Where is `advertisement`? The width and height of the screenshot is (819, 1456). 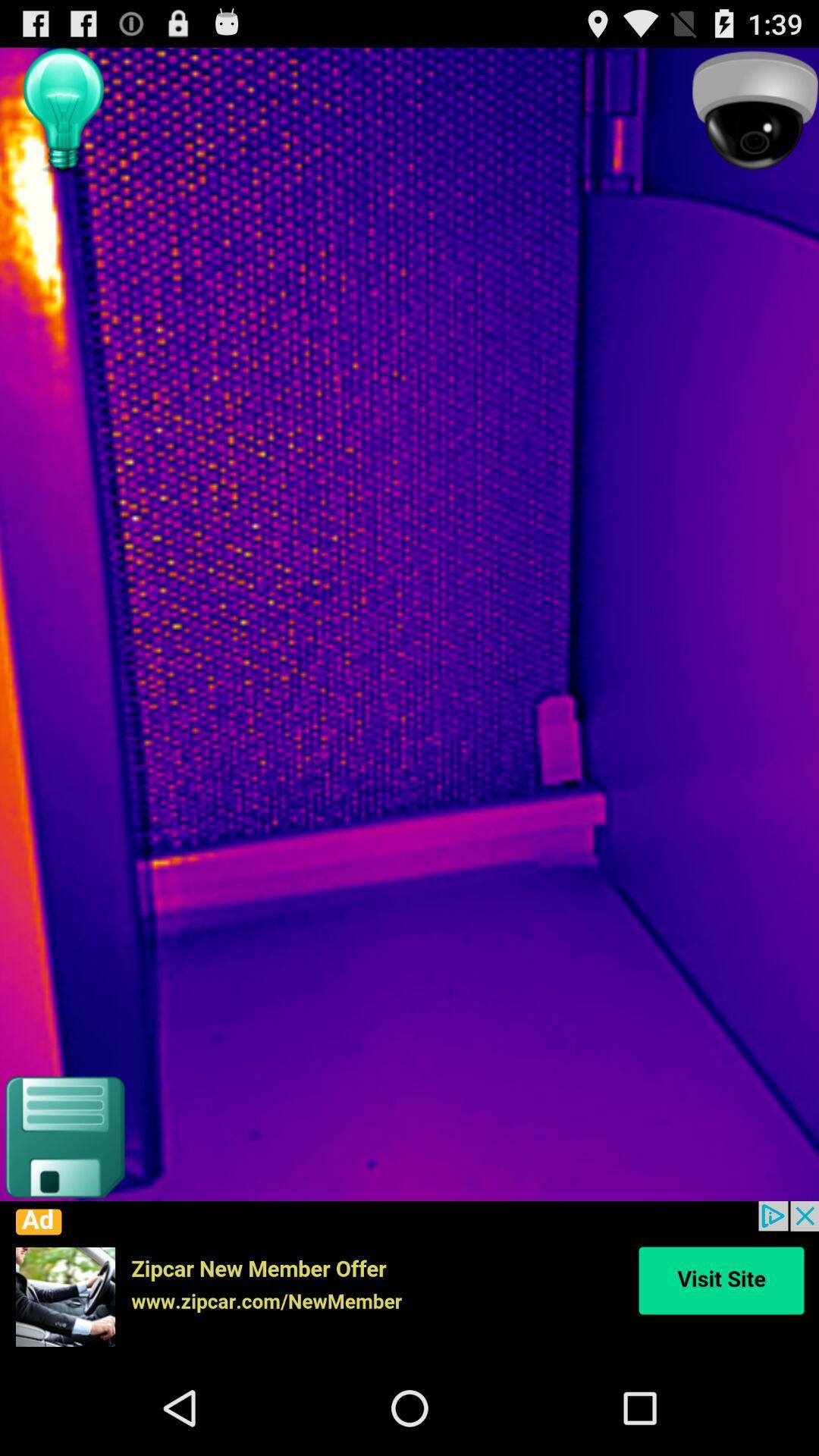 advertisement is located at coordinates (409, 1280).